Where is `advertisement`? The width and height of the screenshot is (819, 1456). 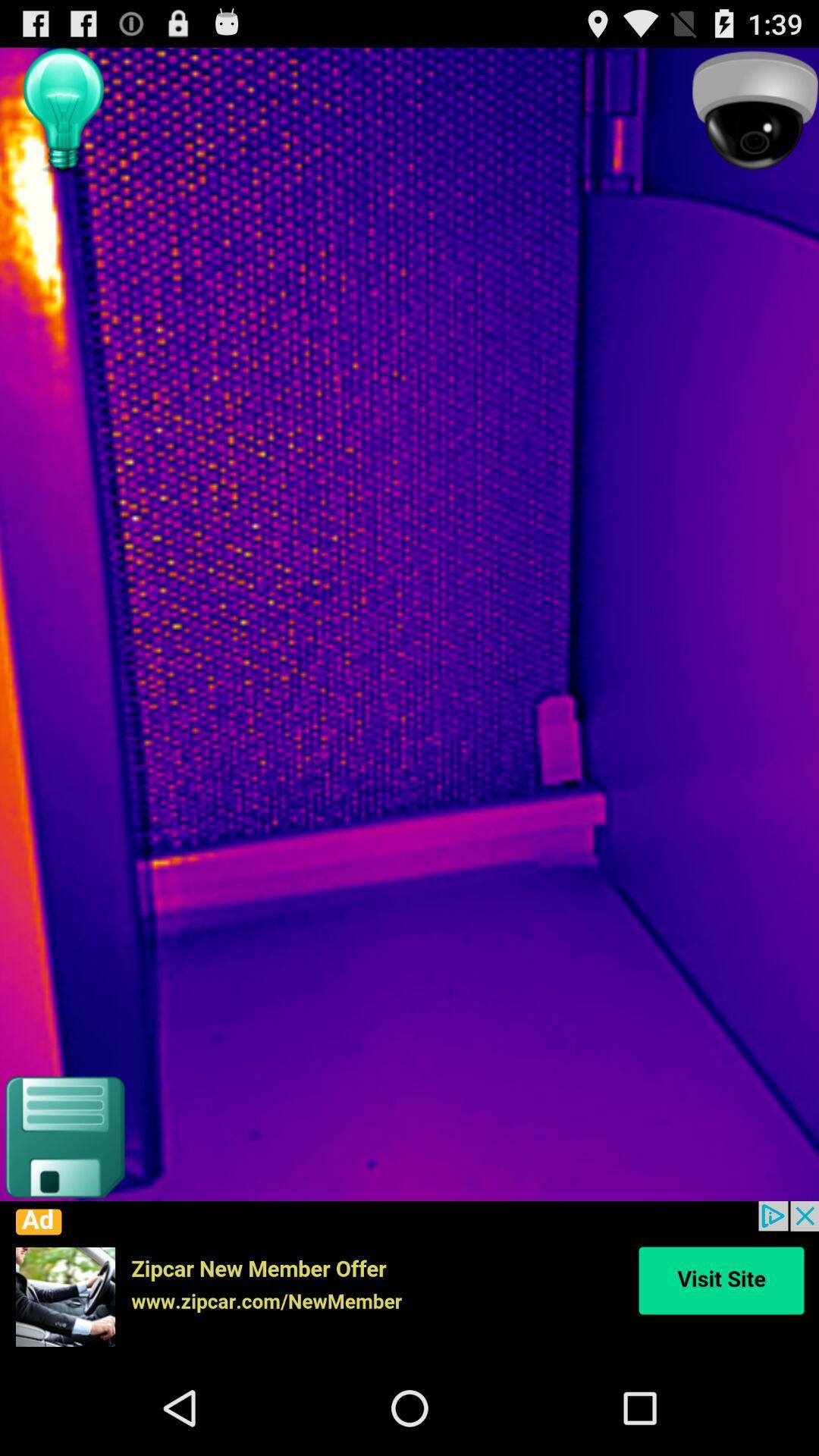 advertisement is located at coordinates (409, 1280).